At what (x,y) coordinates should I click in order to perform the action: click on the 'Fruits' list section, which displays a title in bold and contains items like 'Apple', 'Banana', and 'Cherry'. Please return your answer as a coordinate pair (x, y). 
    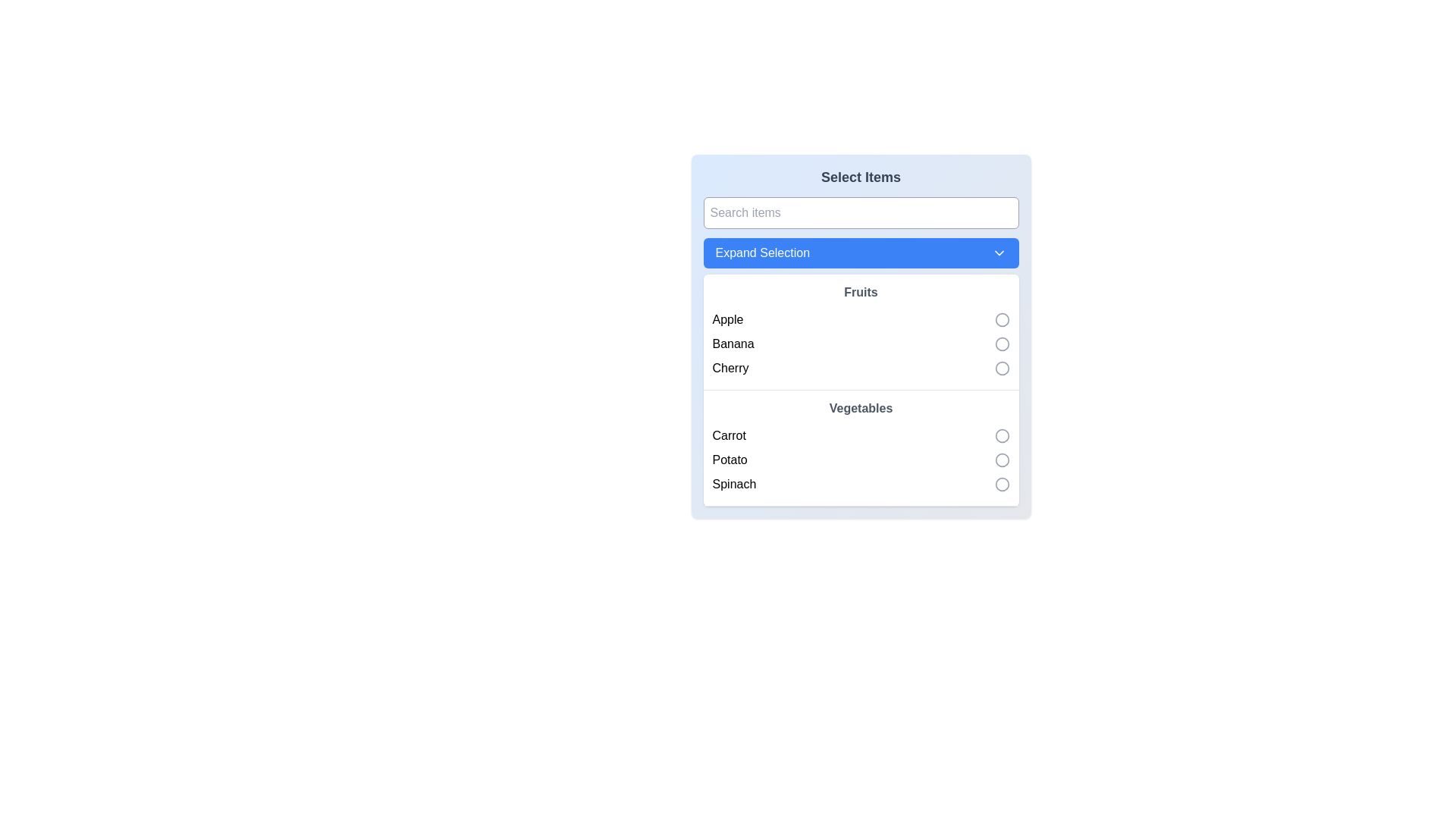
    Looking at the image, I should click on (861, 331).